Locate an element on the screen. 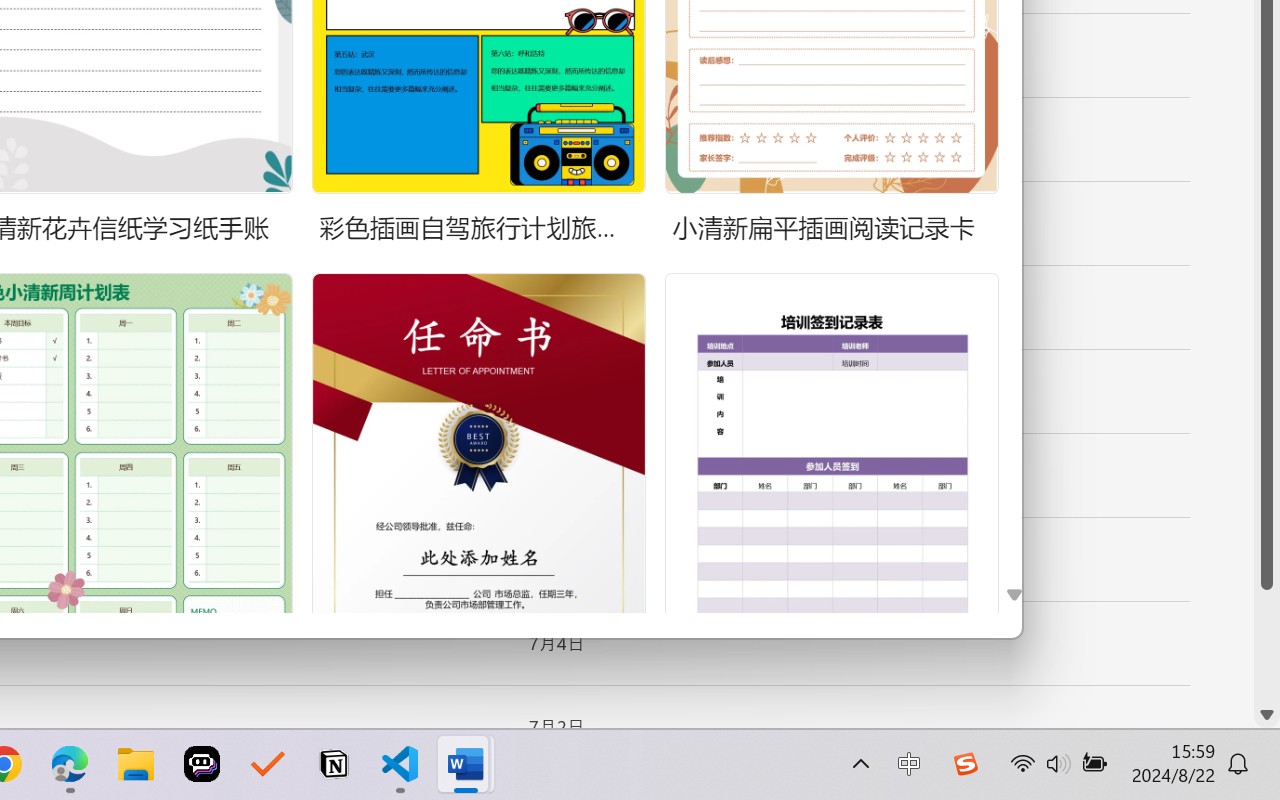  'Notion' is located at coordinates (334, 764).